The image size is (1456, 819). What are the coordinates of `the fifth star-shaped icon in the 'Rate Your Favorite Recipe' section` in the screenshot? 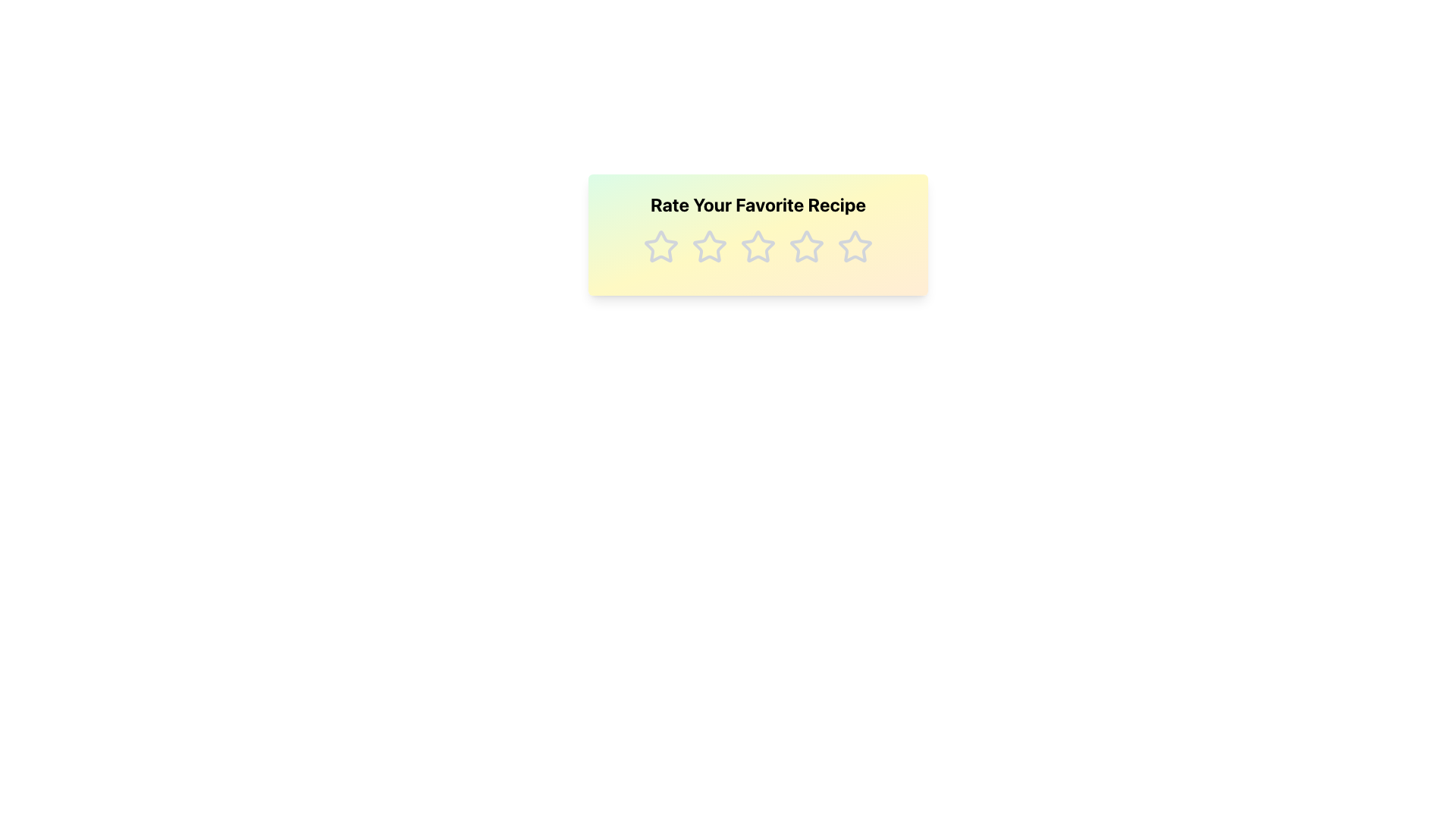 It's located at (855, 246).